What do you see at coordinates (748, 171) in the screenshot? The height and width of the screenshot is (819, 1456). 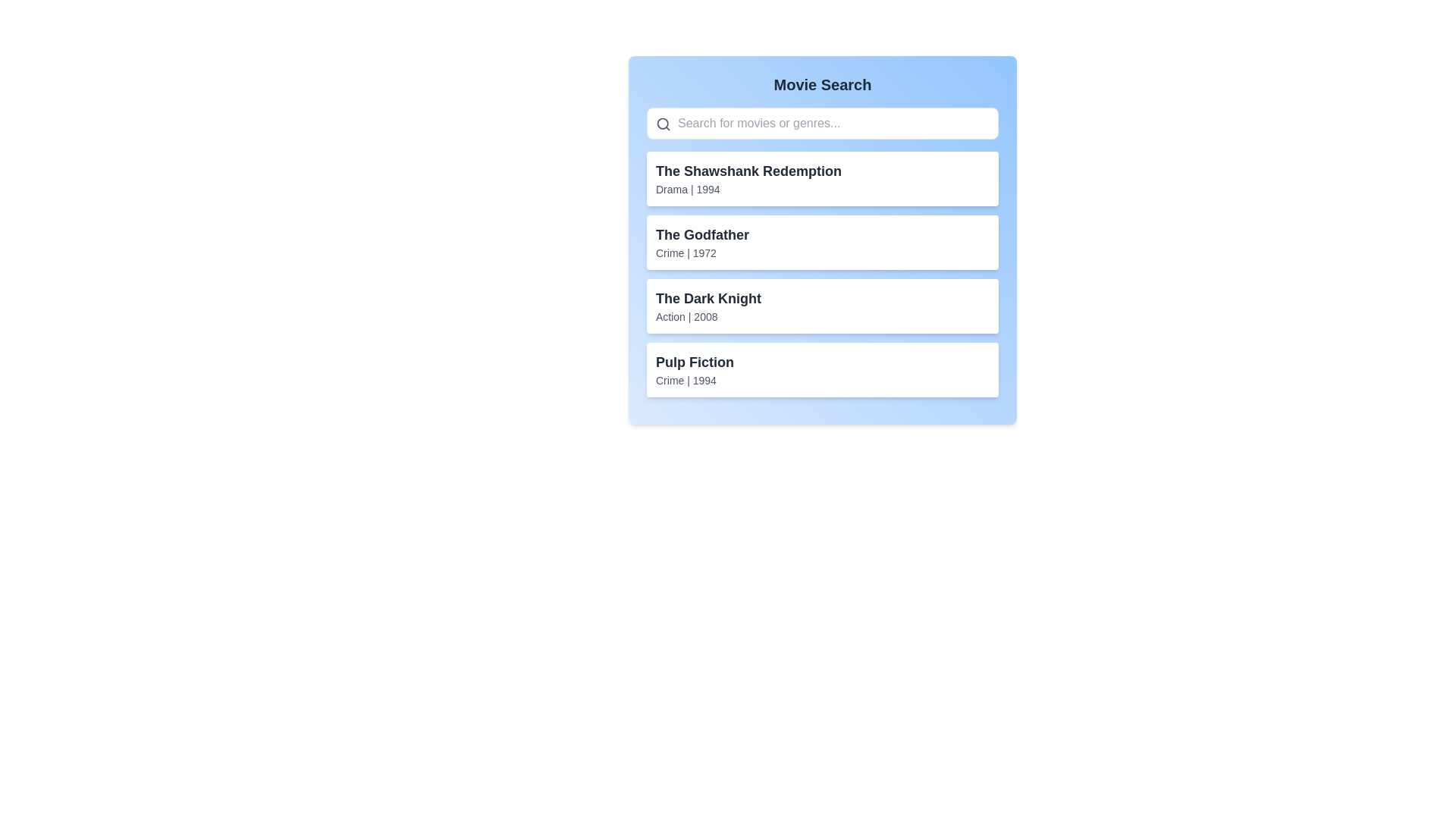 I see `title text 'The Shawshank Redemption' from the bold, larger font label positioned at the top-left corner of the first movie entry` at bounding box center [748, 171].